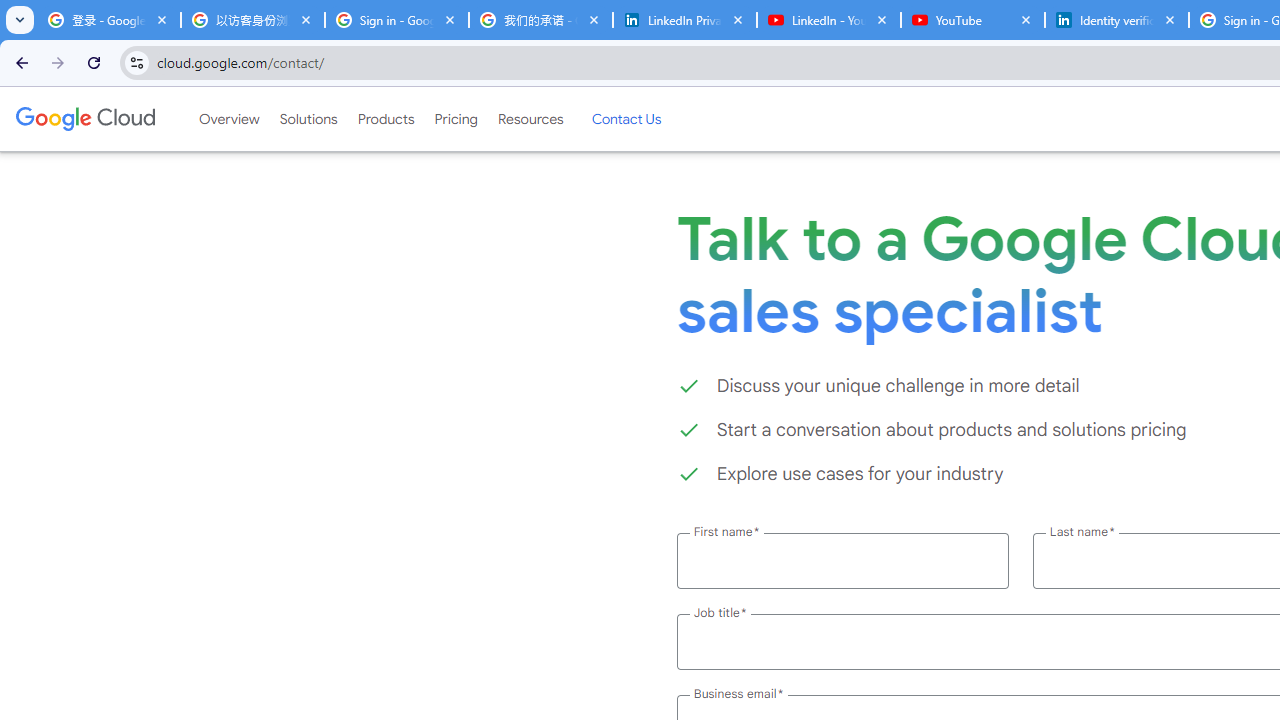 The image size is (1280, 720). Describe the element at coordinates (396, 20) in the screenshot. I see `'Sign in - Google Accounts'` at that location.